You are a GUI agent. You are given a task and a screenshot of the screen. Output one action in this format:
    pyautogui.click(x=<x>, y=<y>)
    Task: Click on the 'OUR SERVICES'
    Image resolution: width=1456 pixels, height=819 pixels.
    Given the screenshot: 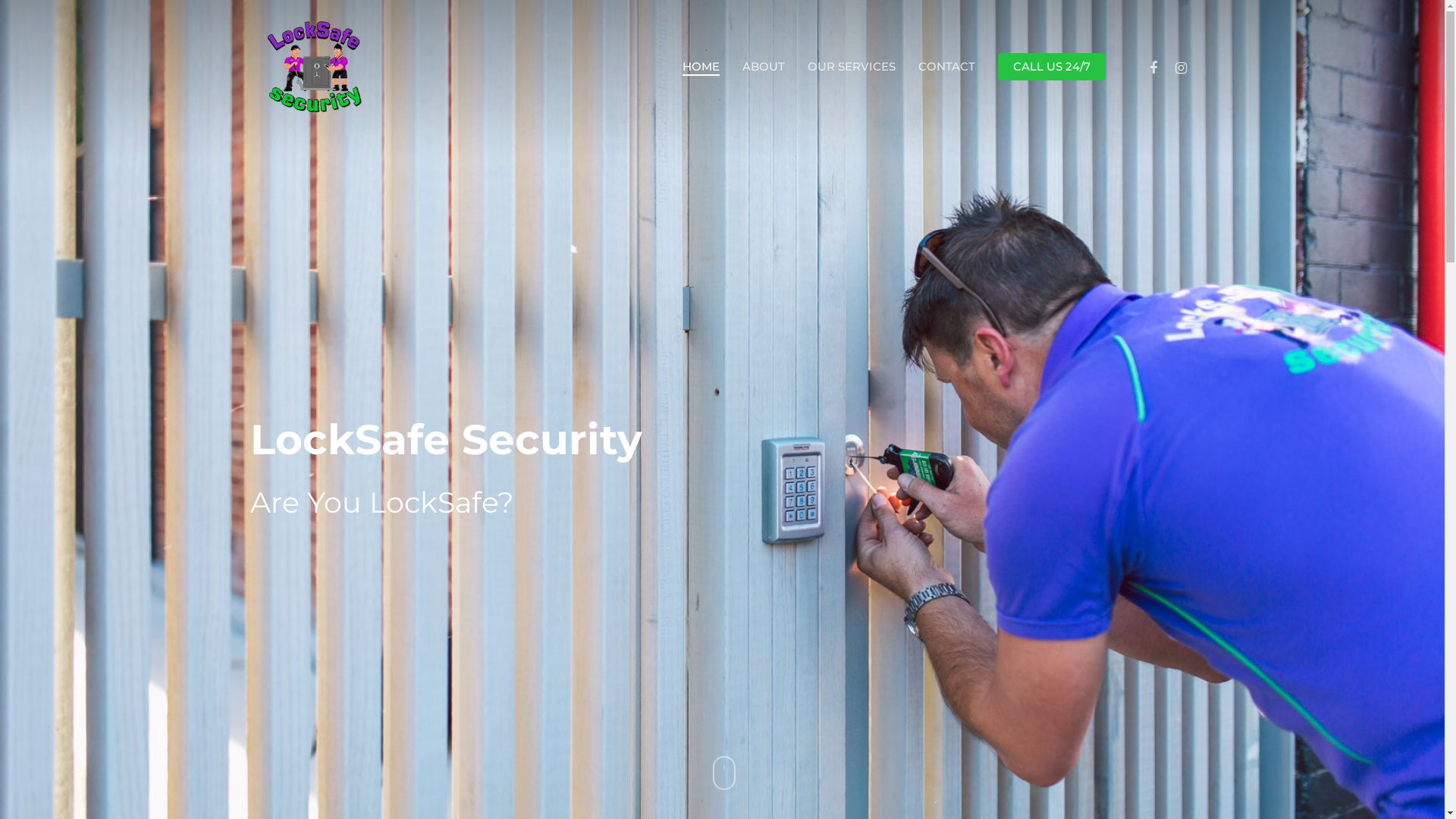 What is the action you would take?
    pyautogui.click(x=852, y=66)
    